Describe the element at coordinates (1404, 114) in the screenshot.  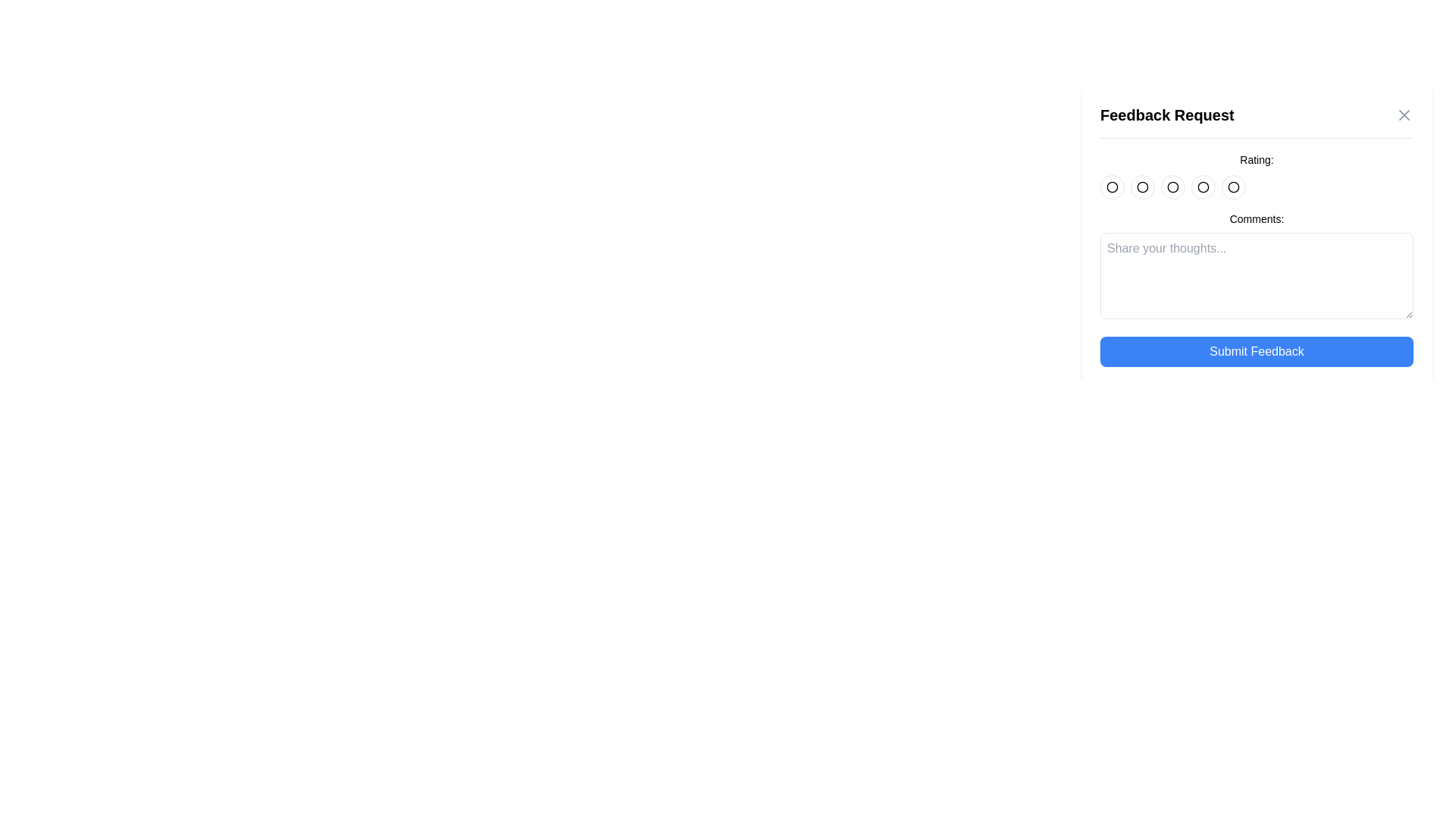
I see `the graphical cross icon representing the dismiss or close action` at that location.